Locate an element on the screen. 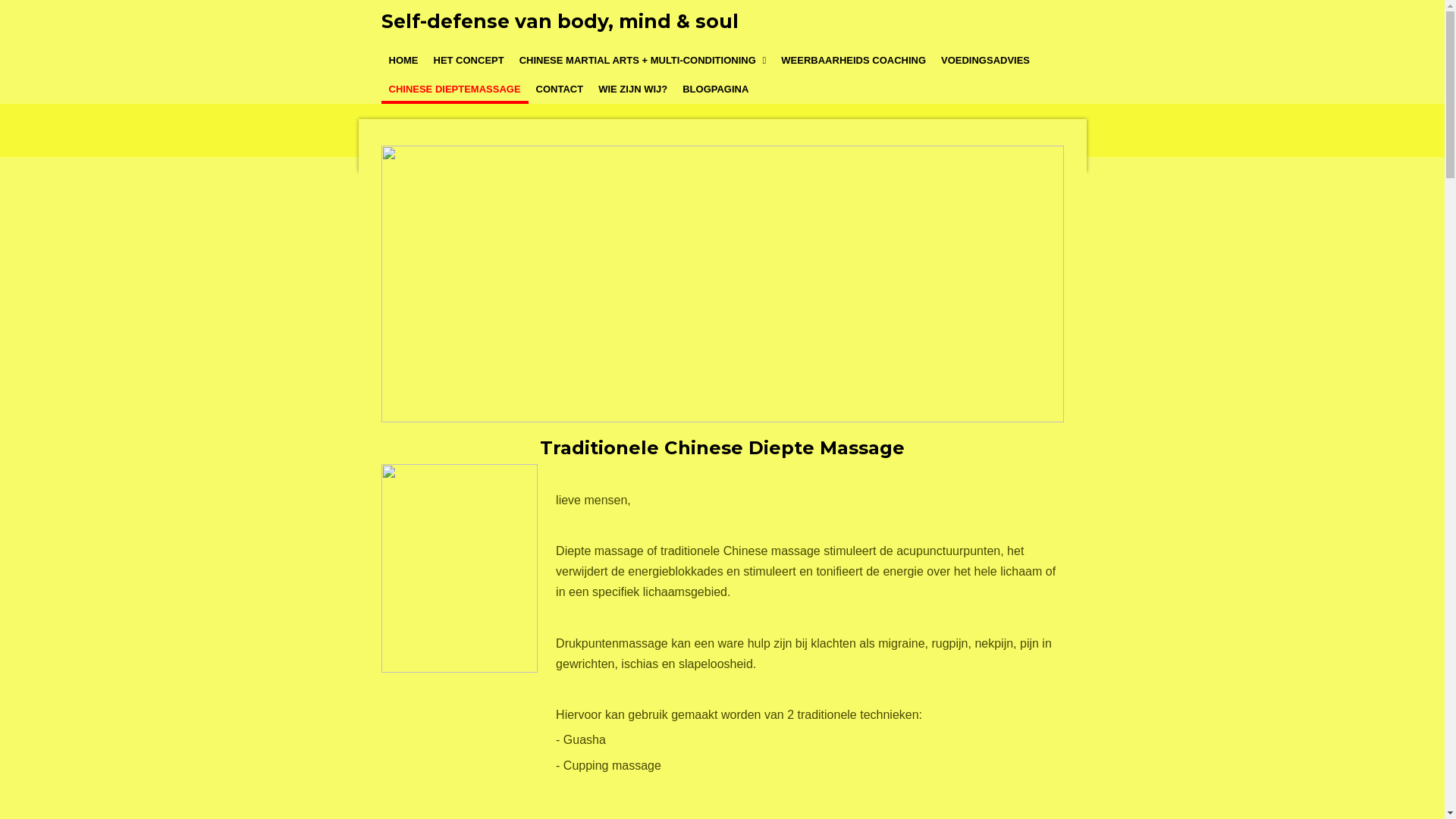 This screenshot has height=819, width=1456. 'CHINESE DIEPTEMASSAGE' is located at coordinates (453, 89).